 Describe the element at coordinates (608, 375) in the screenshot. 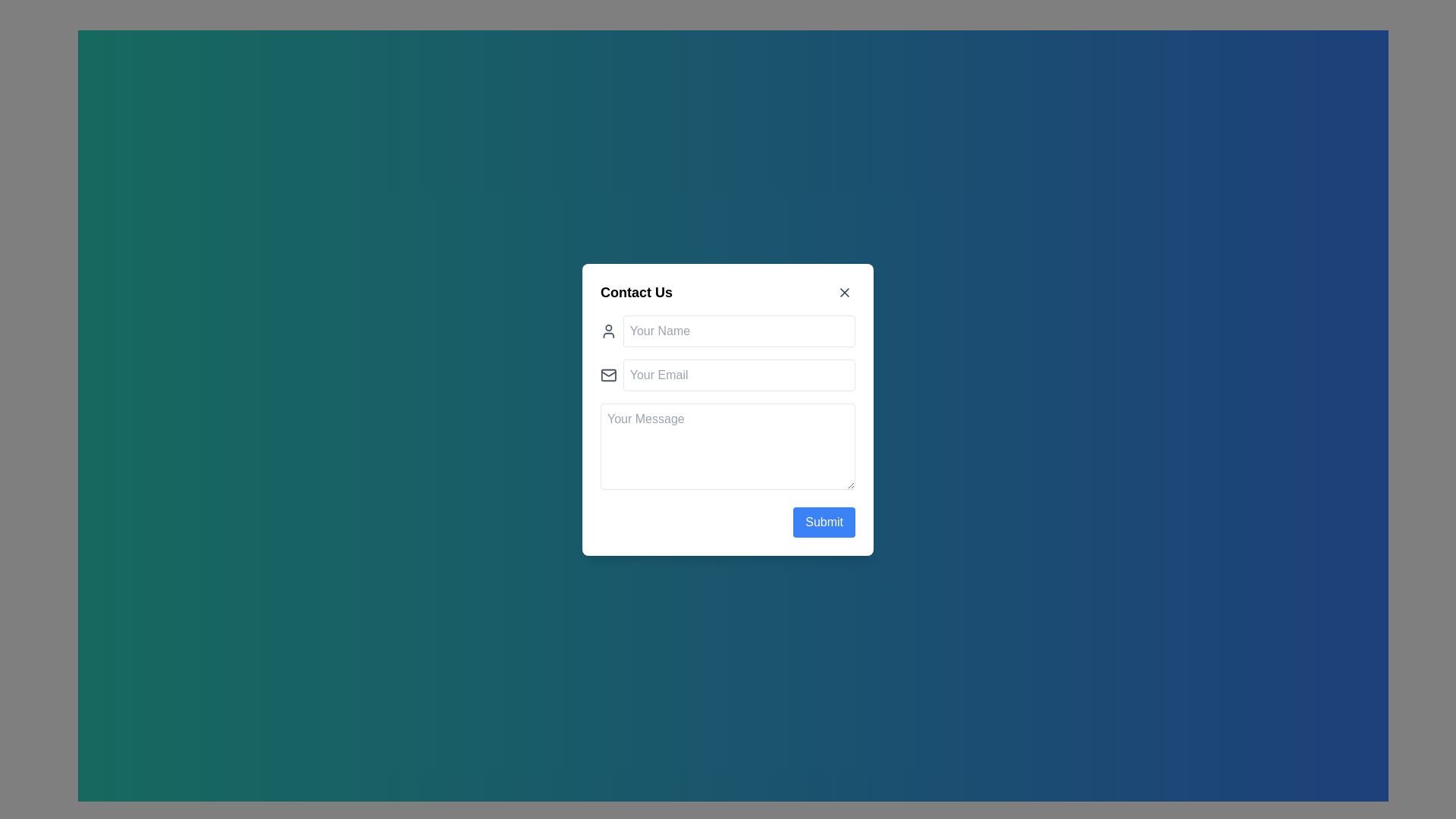

I see `the decorative SVG shape representing the email icon located in the 'Contact Us' form interface, specifically positioned below the 'Your Name' icon and to the left of the 'Your Email' text field` at that location.